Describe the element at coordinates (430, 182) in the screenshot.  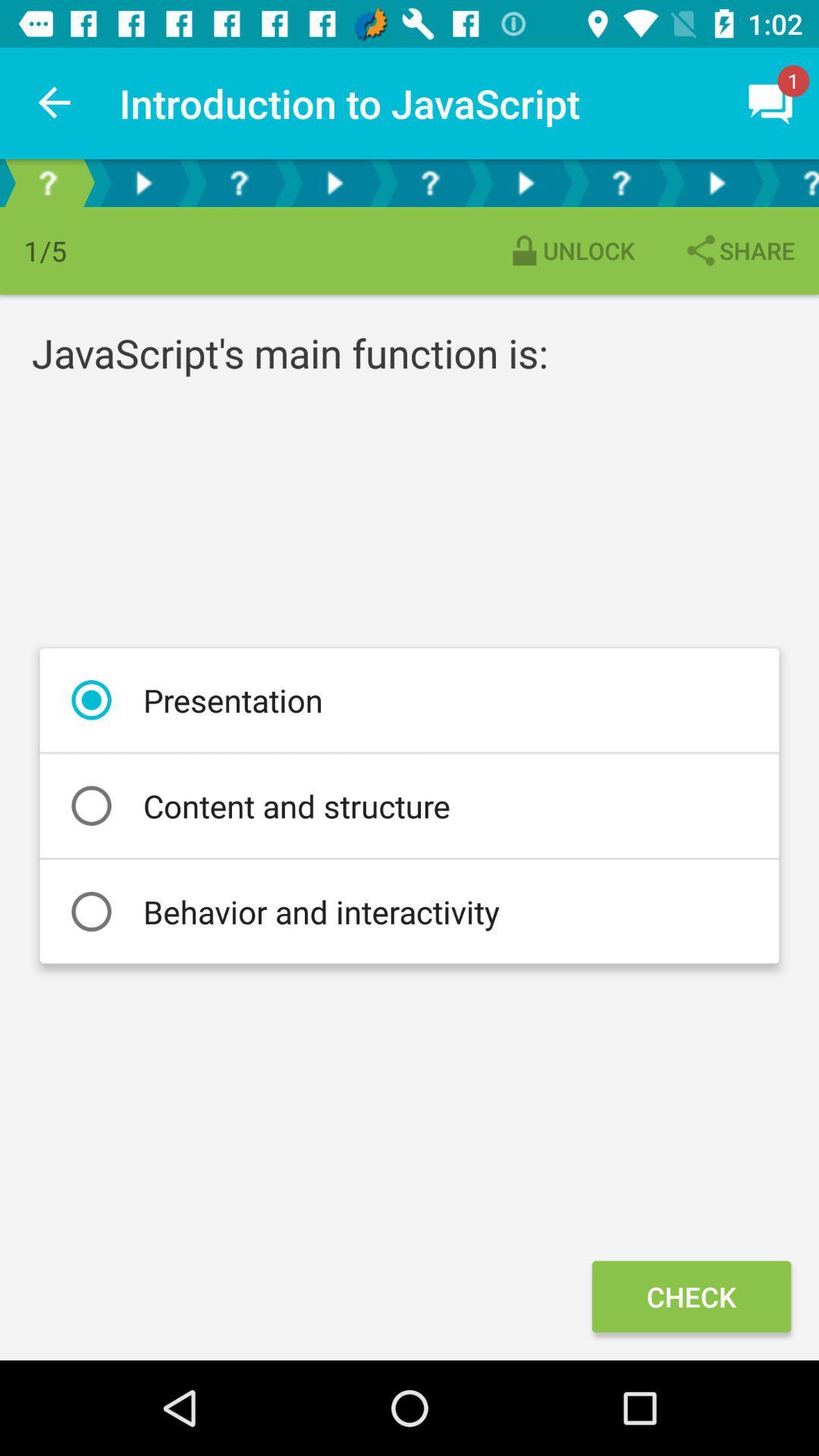
I see `jump to question` at that location.